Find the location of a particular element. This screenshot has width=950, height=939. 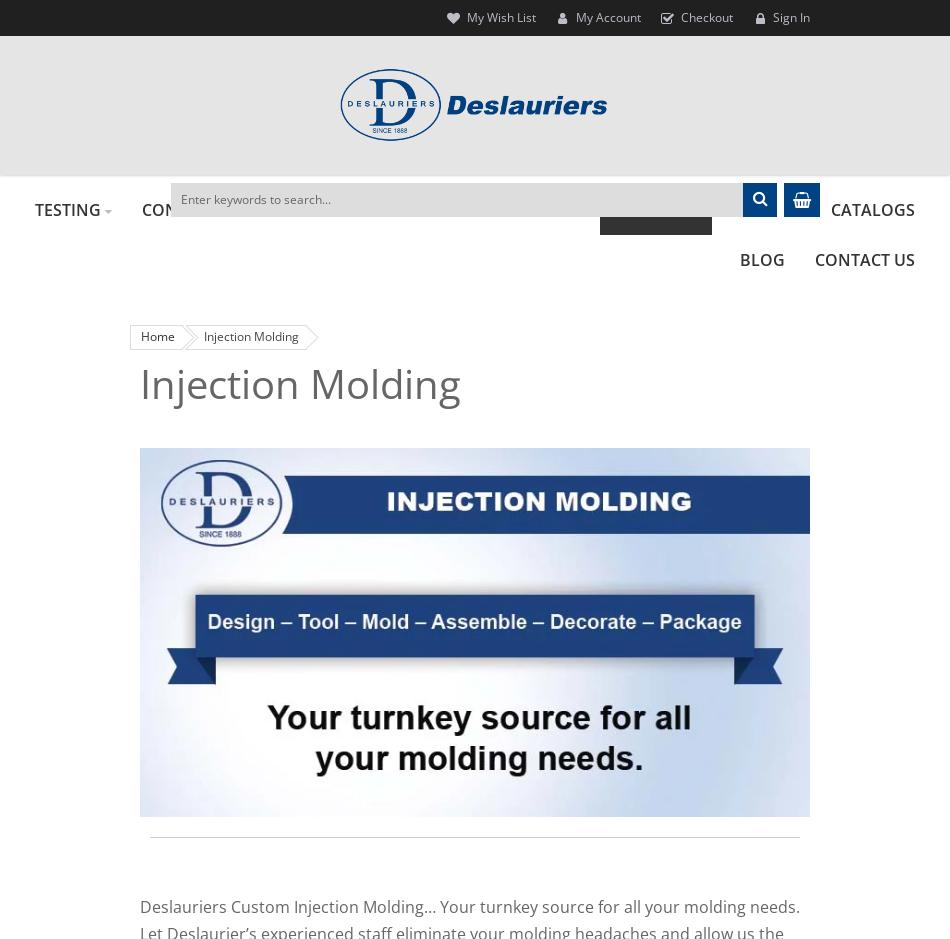

'SHIMS' is located at coordinates (549, 208).